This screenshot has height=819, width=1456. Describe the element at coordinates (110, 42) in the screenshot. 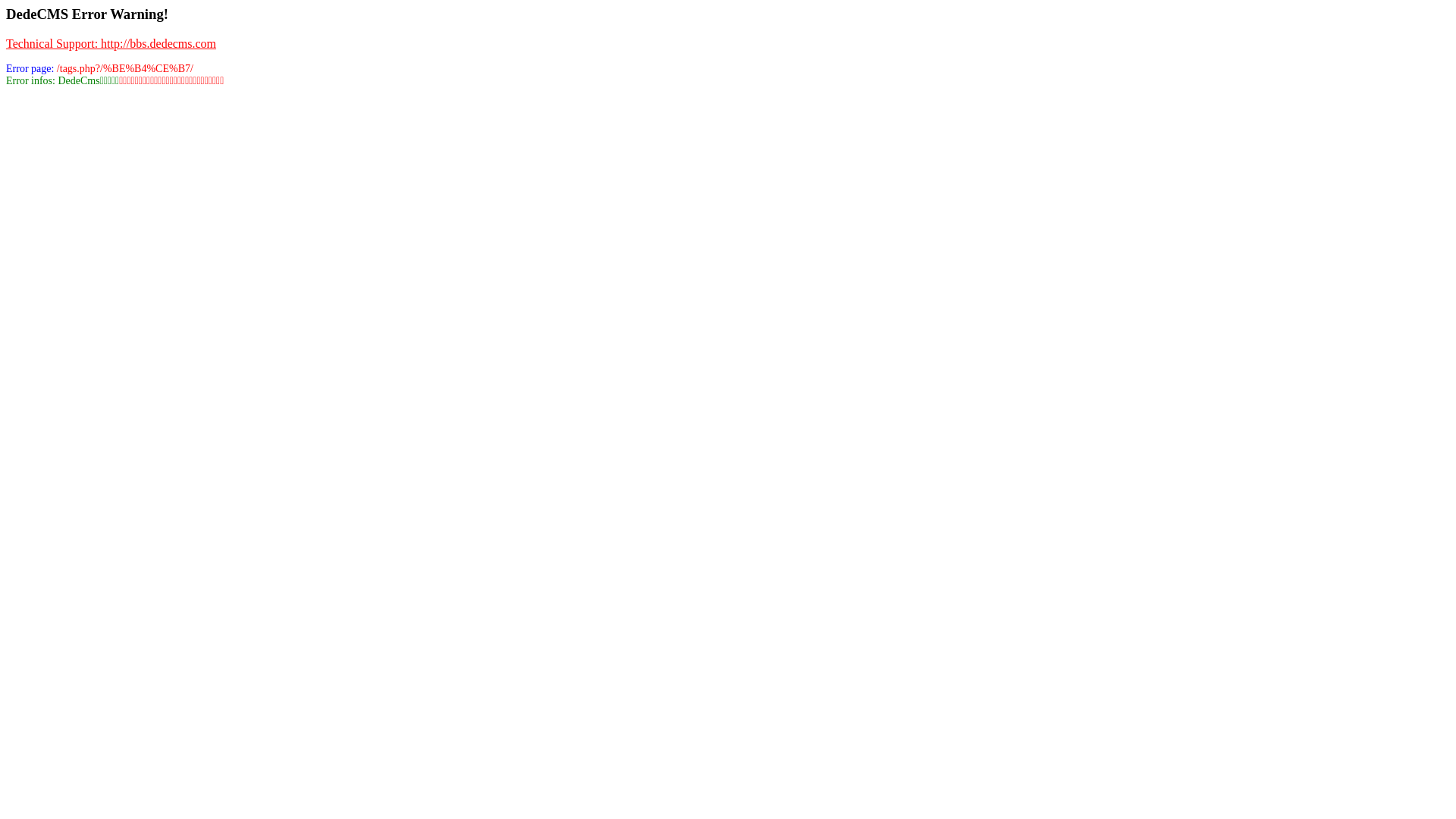

I see `'Technical Support: http://bbs.dedecms.com'` at that location.